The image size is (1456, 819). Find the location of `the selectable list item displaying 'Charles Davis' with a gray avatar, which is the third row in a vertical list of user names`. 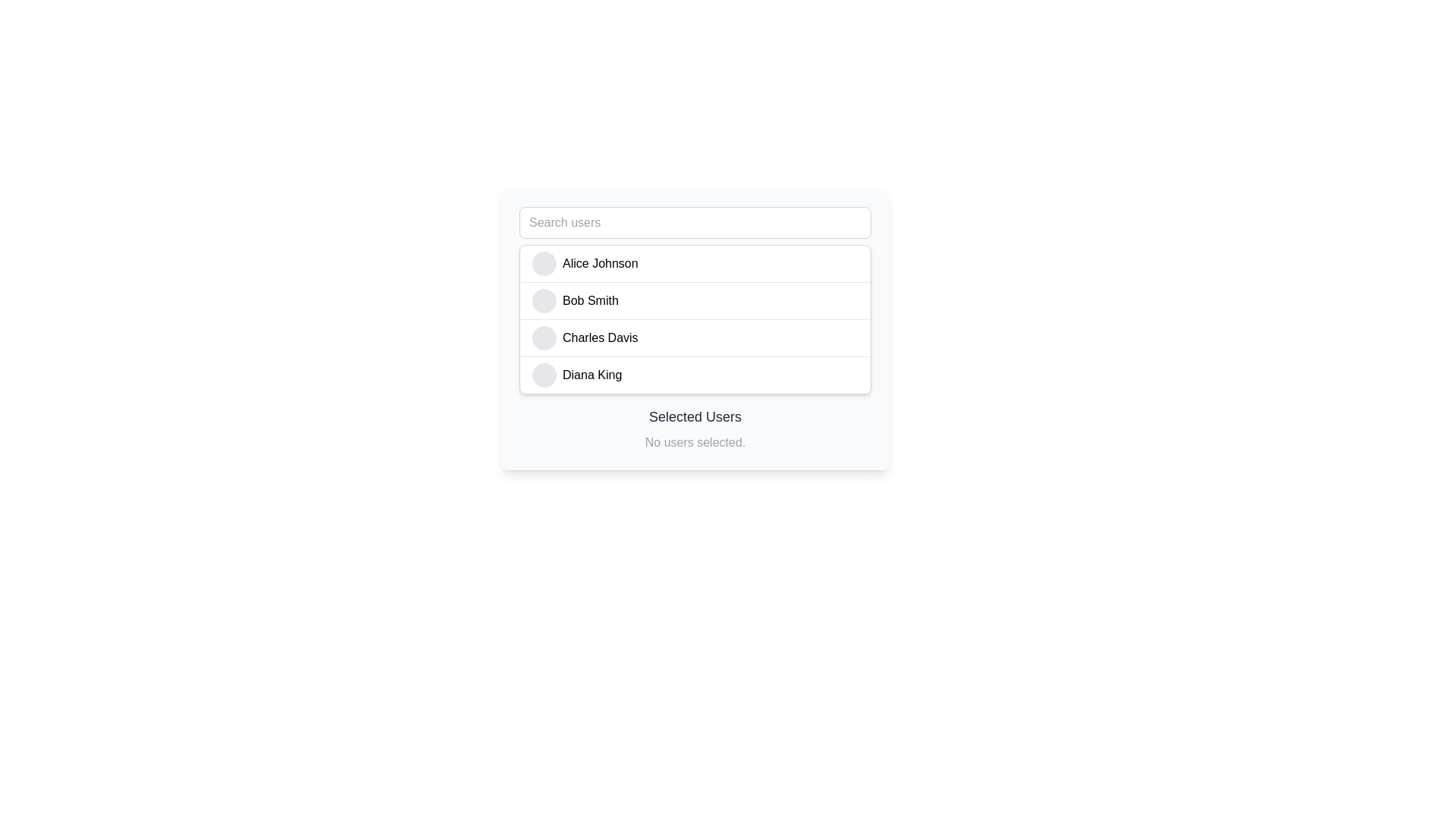

the selectable list item displaying 'Charles Davis' with a gray avatar, which is the third row in a vertical list of user names is located at coordinates (694, 336).